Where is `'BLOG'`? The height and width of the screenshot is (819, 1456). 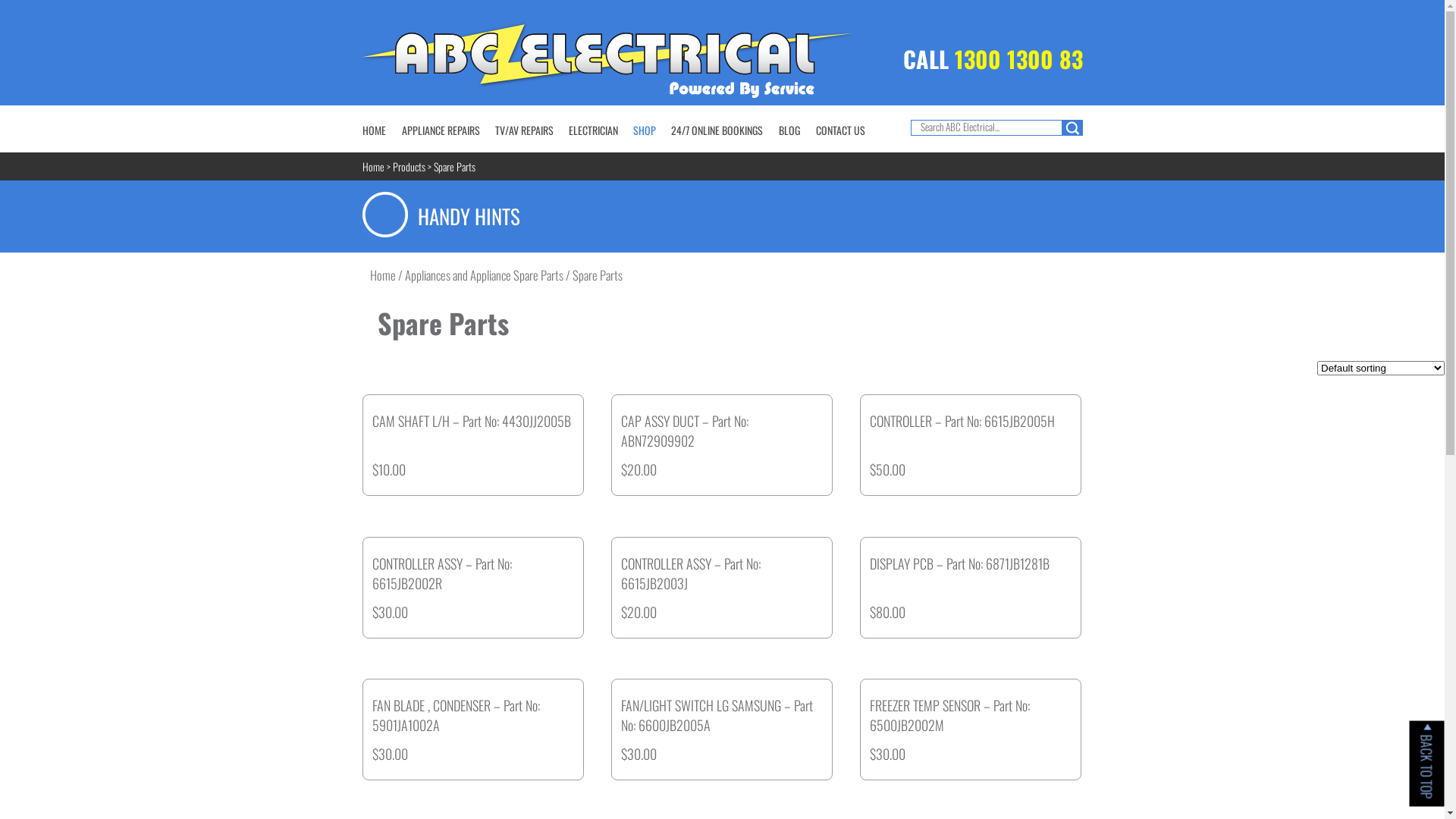
'BLOG' is located at coordinates (789, 129).